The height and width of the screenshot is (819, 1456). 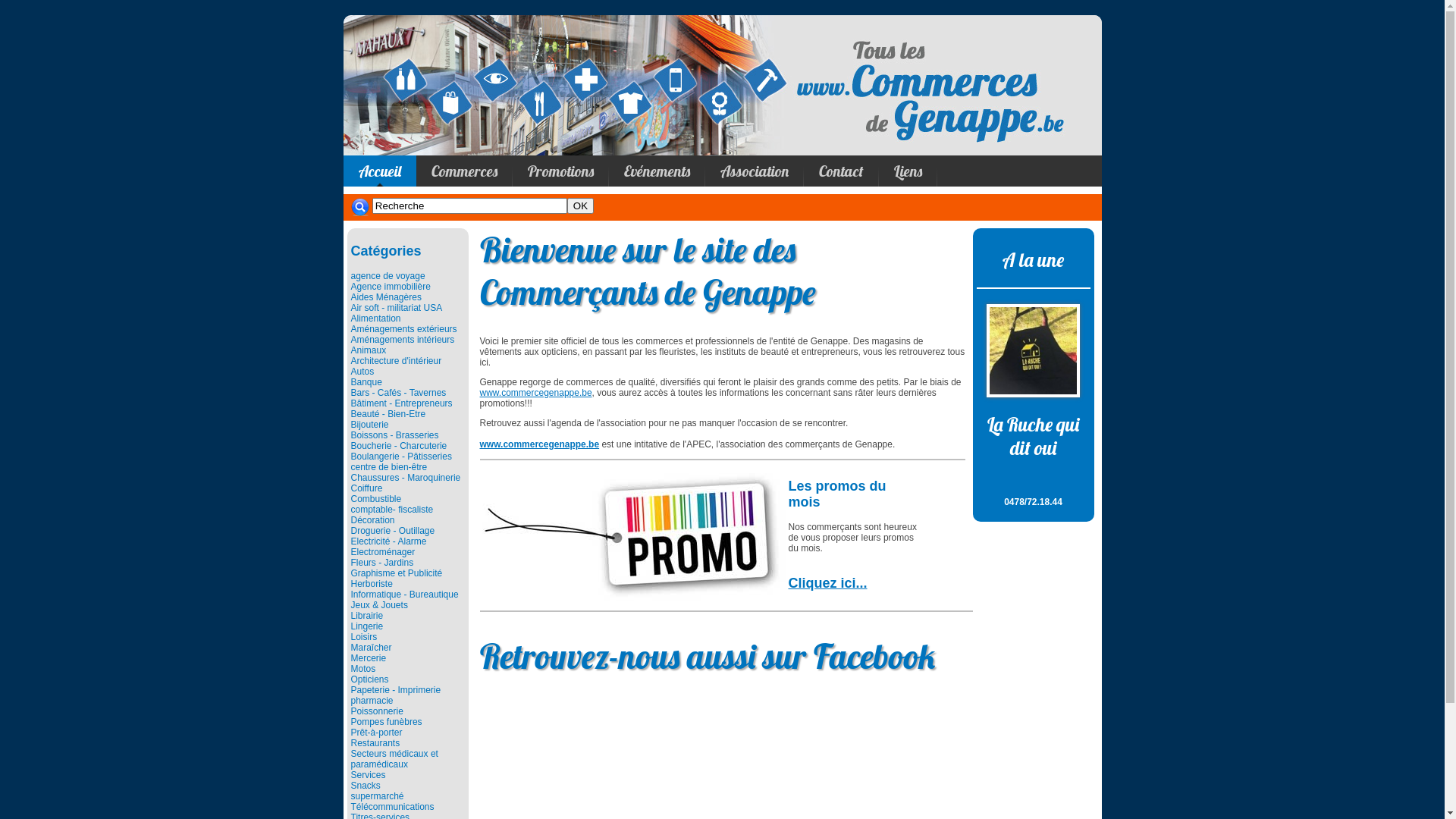 I want to click on 'Chaussures - Maroquinerie', so click(x=405, y=476).